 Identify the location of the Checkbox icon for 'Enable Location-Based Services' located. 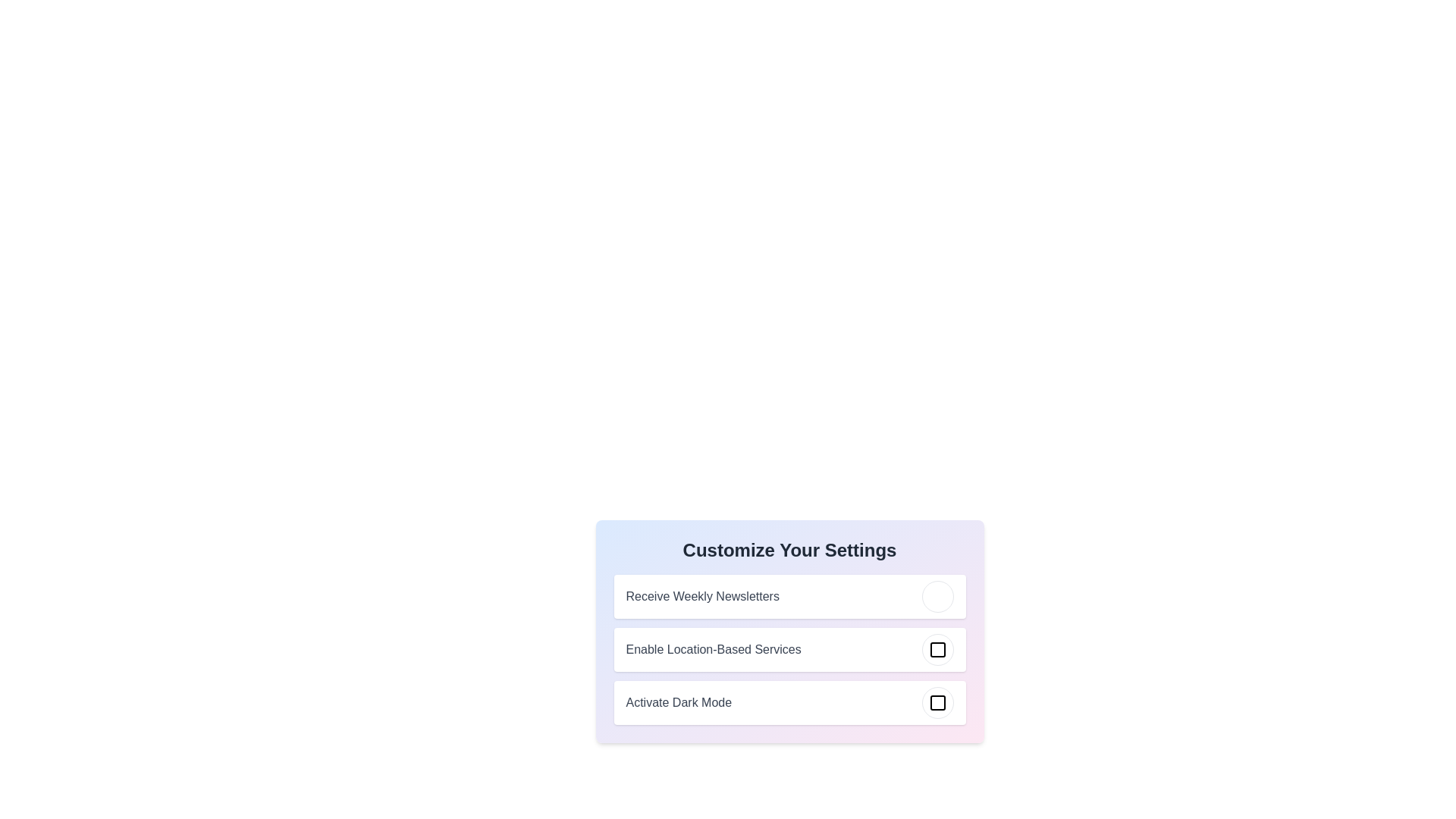
(937, 648).